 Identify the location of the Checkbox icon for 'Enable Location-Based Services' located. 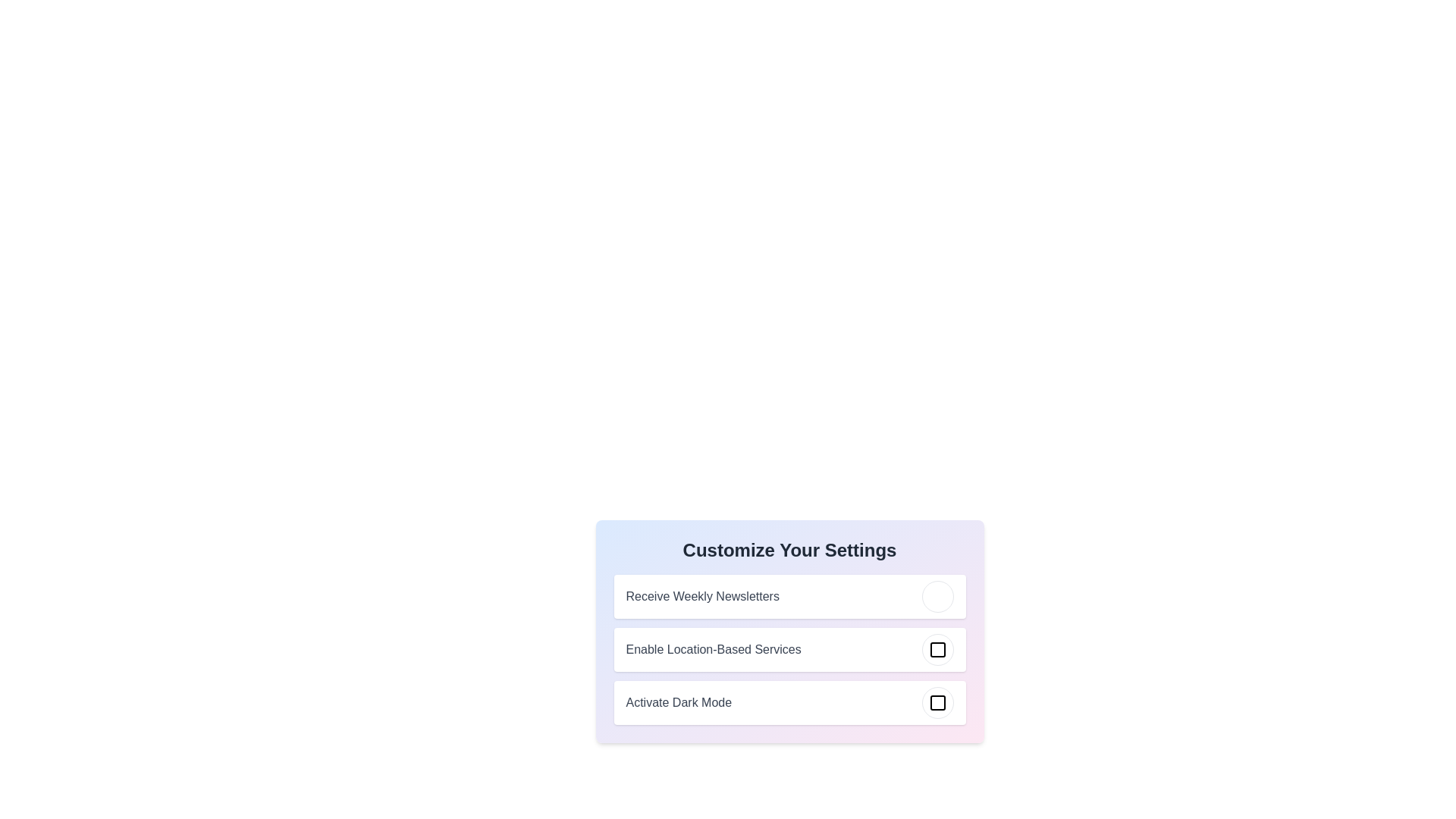
(937, 648).